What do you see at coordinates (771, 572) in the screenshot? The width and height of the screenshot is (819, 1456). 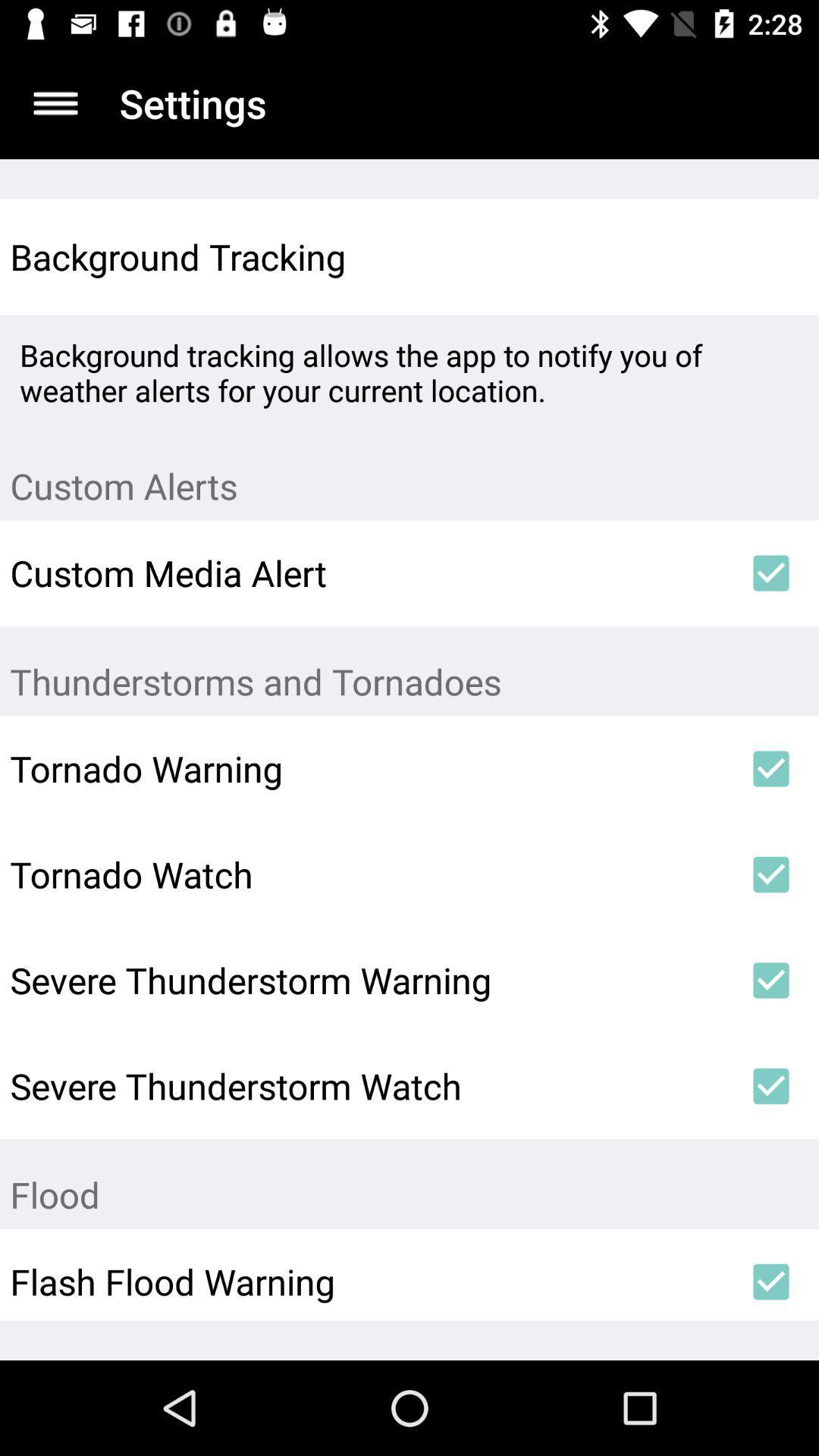 I see `item to the right of custom media alert` at bounding box center [771, 572].